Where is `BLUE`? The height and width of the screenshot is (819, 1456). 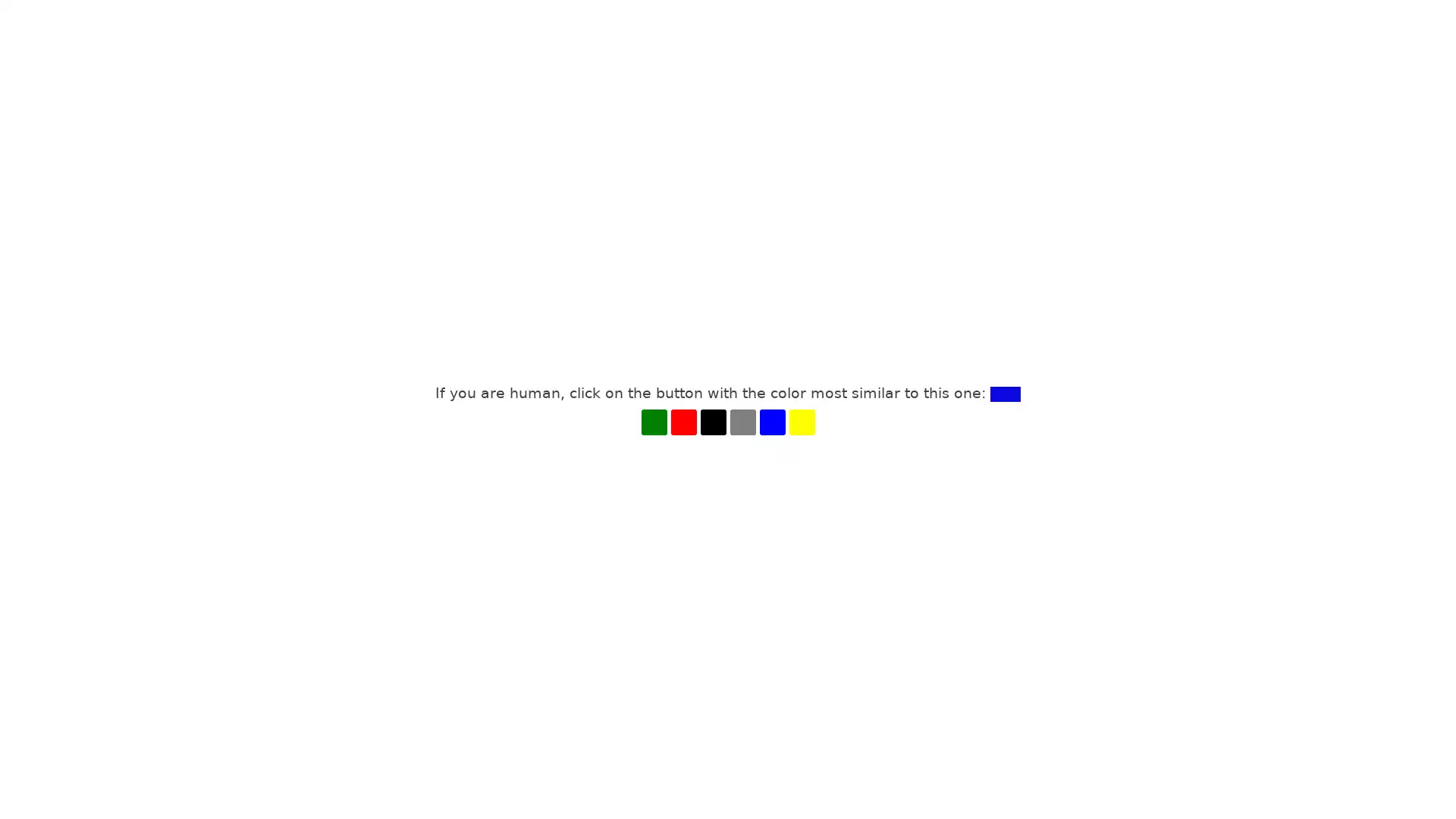
BLUE is located at coordinates (771, 421).